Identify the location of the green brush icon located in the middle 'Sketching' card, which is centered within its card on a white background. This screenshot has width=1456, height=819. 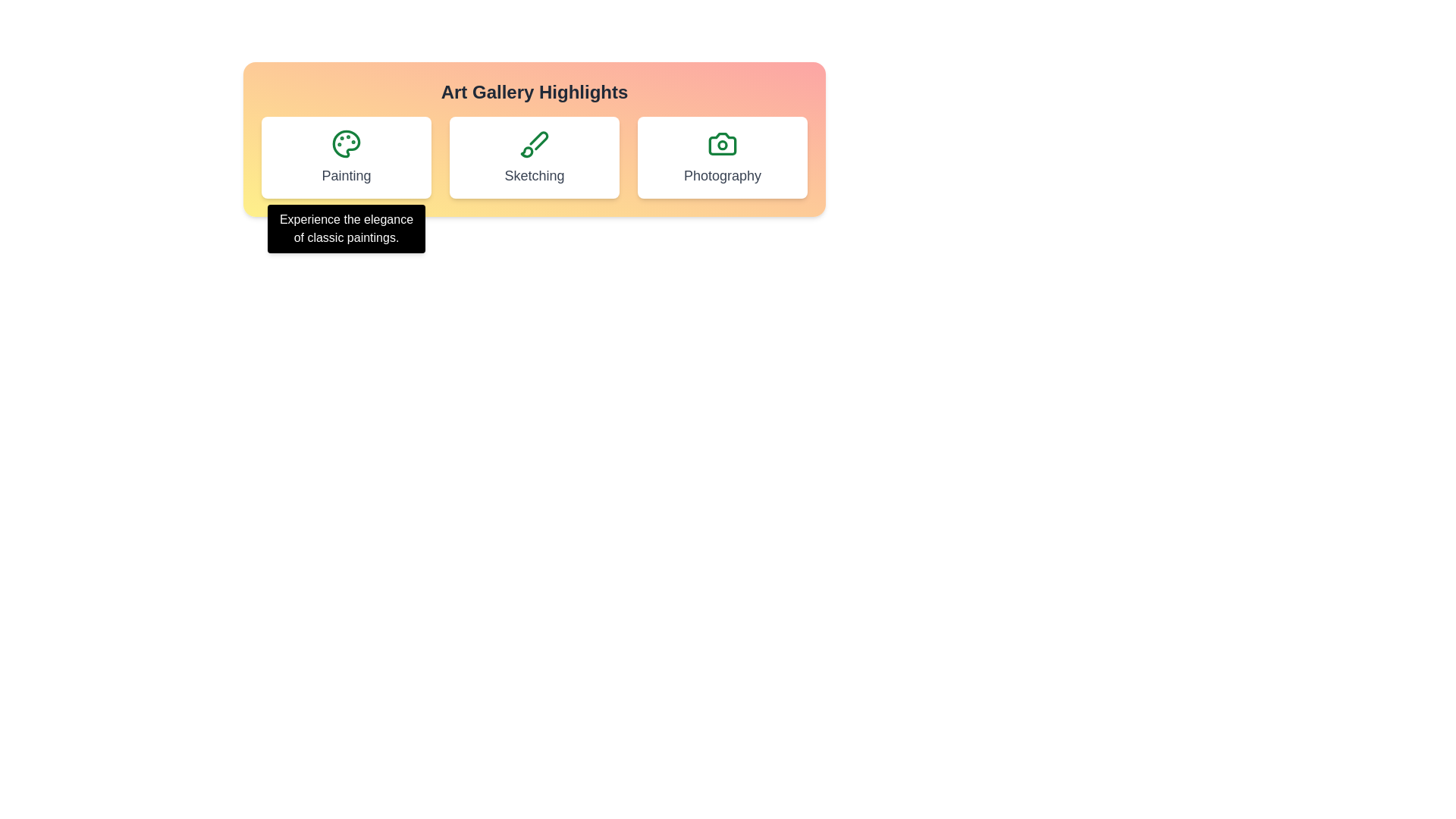
(535, 143).